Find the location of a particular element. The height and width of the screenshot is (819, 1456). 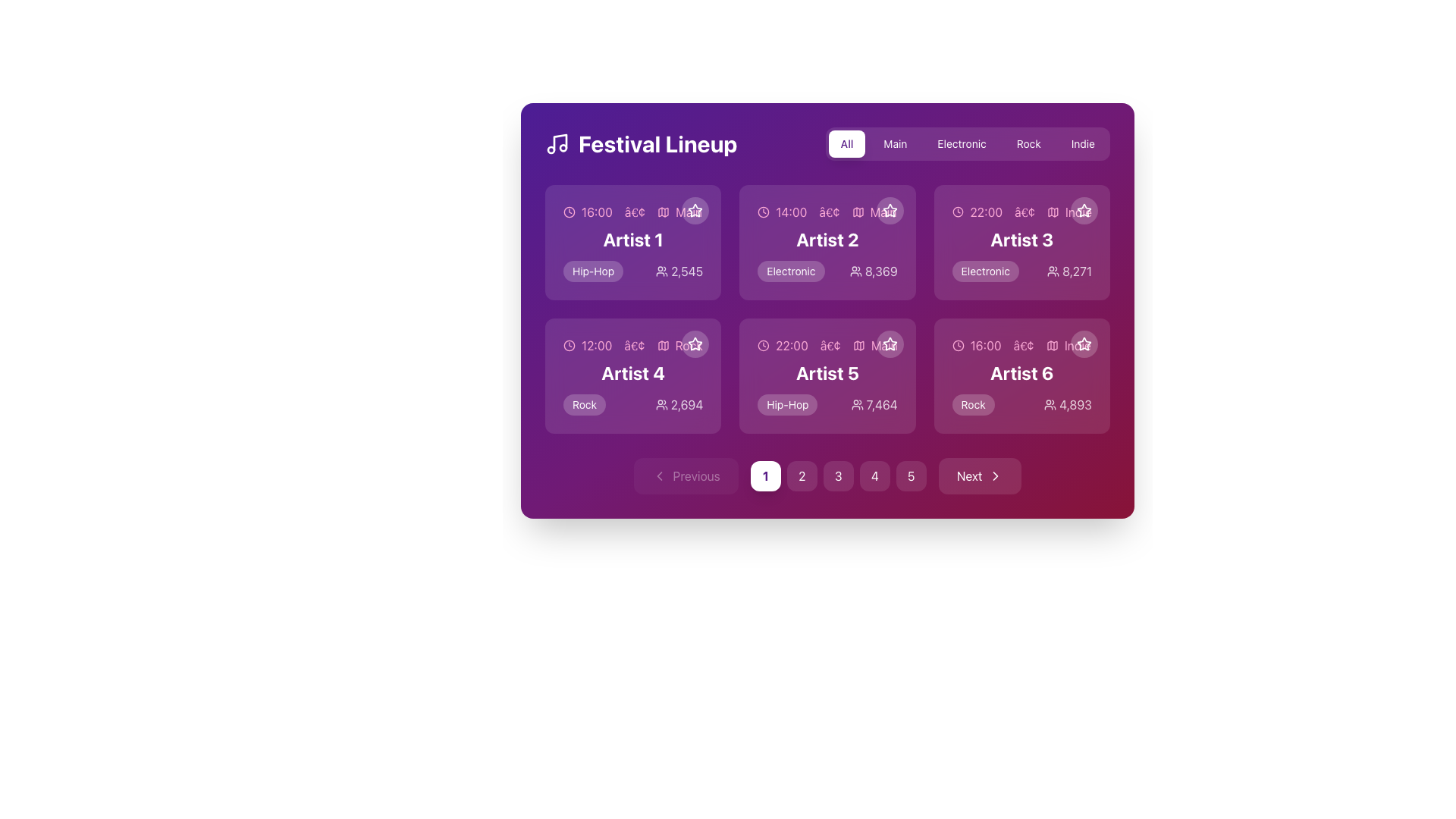

the star icon in the 'Festival Lineup' section for 'Artist 3' is located at coordinates (1084, 210).